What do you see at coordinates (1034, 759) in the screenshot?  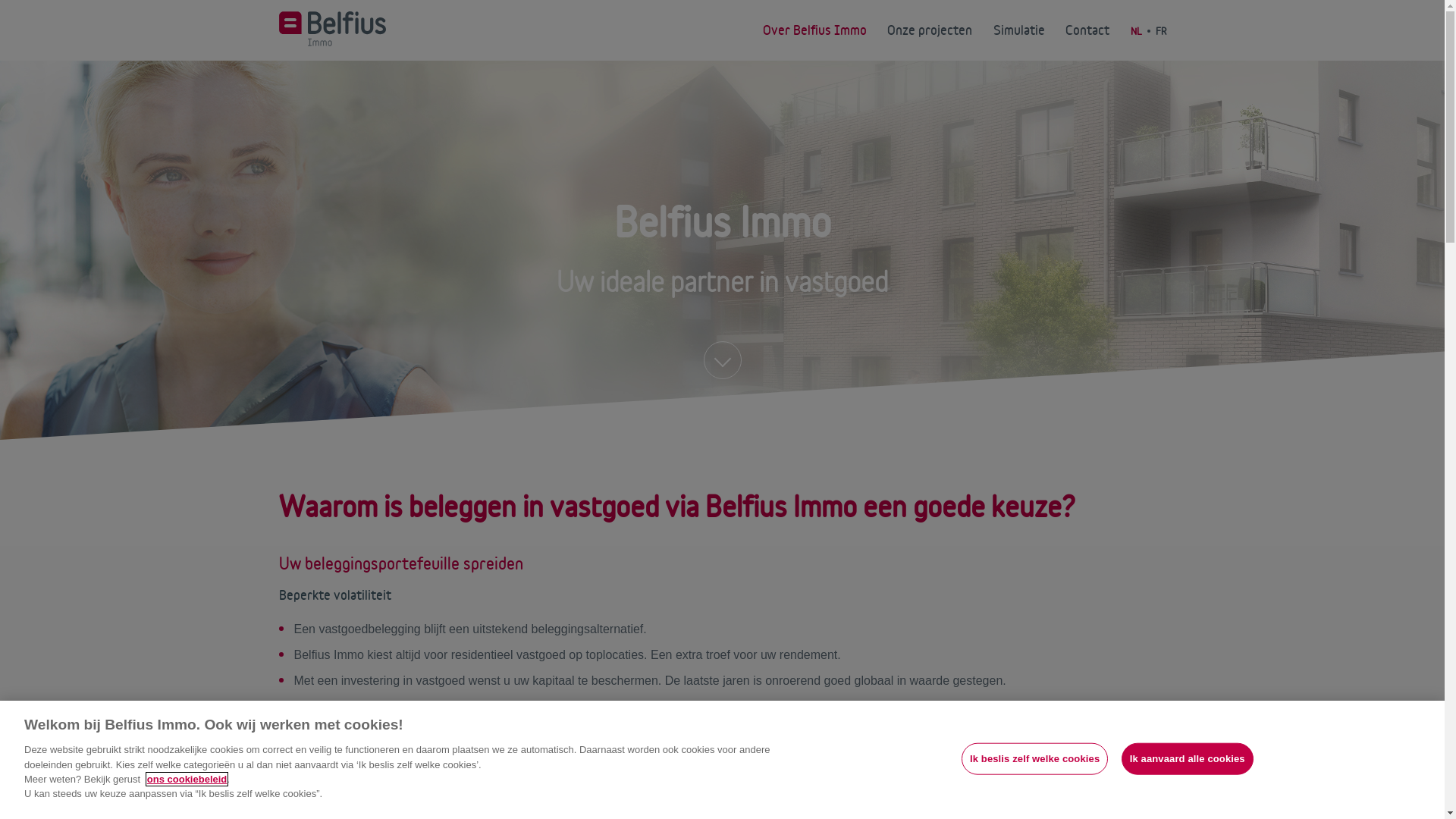 I see `'Ik beslis zelf welke cookies'` at bounding box center [1034, 759].